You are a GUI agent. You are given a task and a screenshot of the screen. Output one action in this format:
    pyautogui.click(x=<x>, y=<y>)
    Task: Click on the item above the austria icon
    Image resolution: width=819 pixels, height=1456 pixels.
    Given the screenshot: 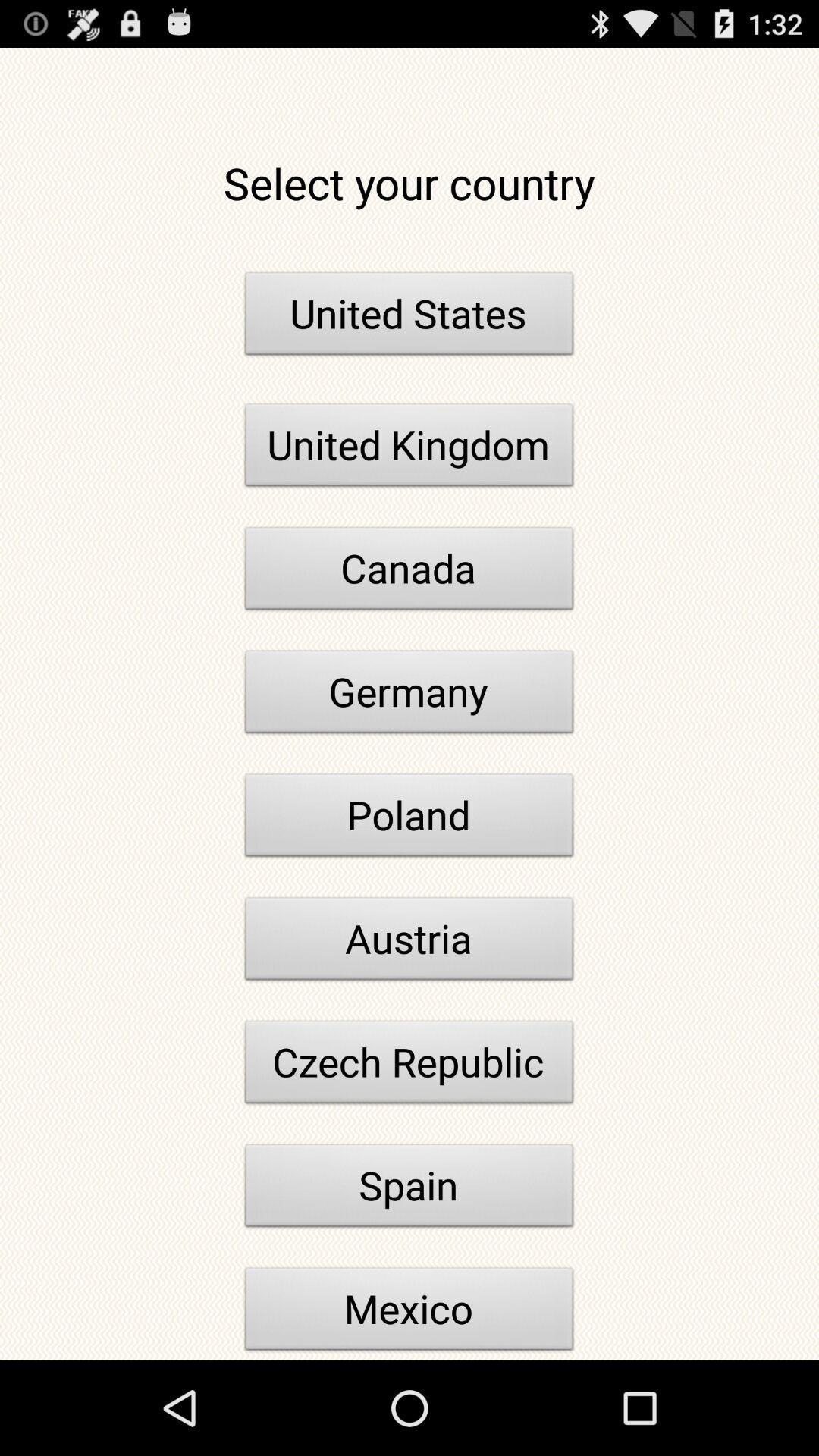 What is the action you would take?
    pyautogui.click(x=409, y=818)
    